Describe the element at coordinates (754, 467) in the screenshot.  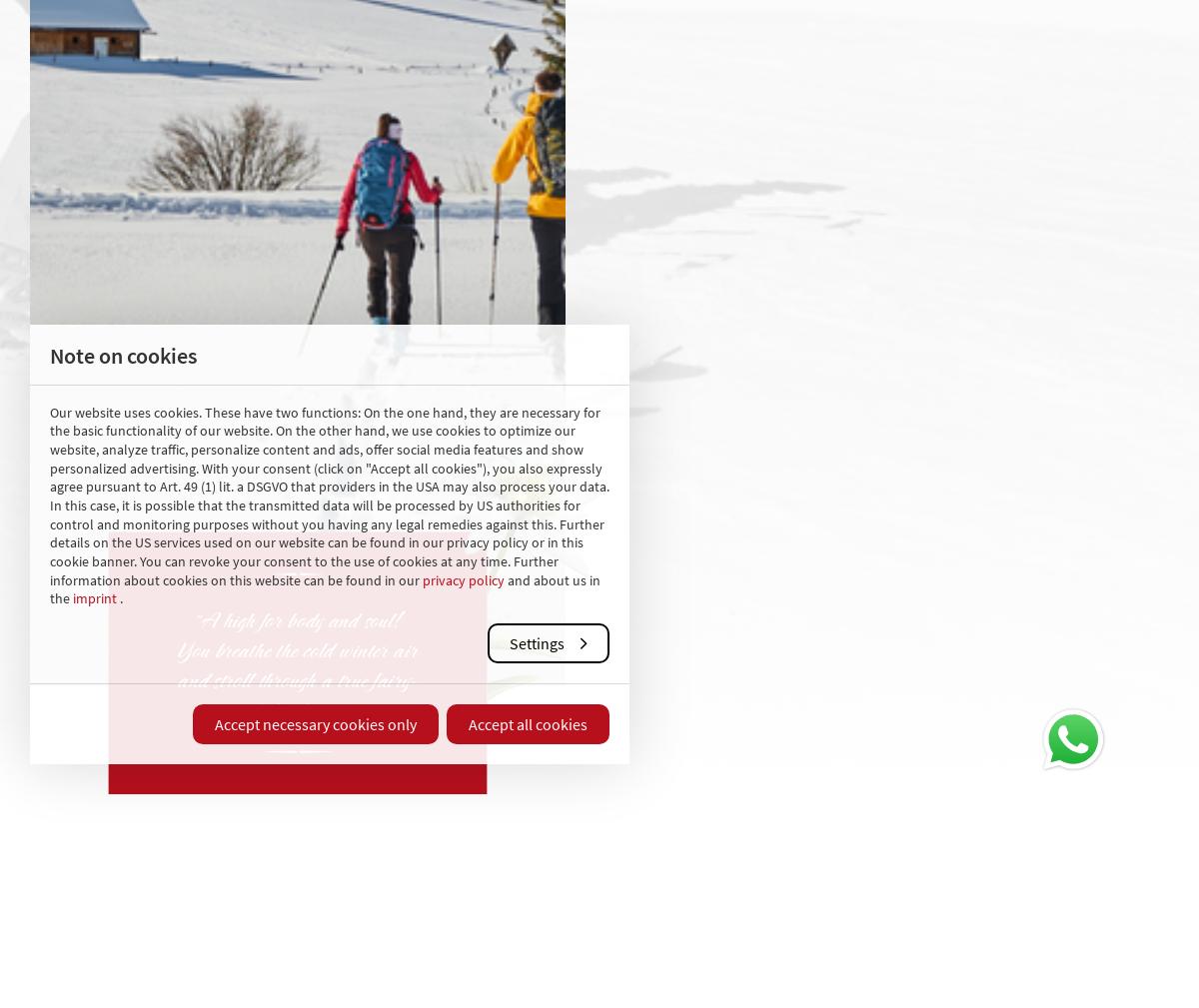
I see `'Newsletter'` at that location.